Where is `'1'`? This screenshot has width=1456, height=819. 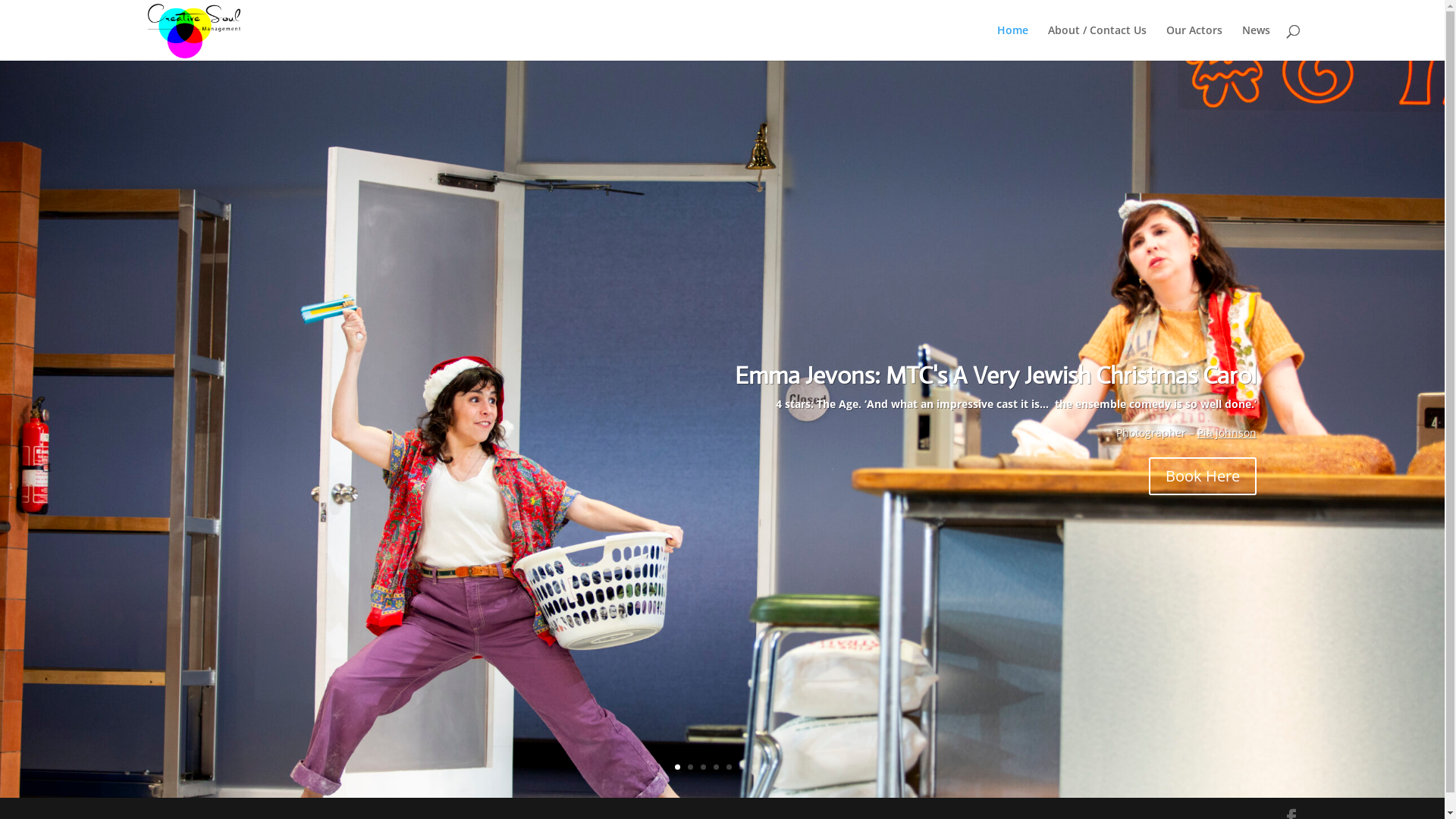
'1' is located at coordinates (676, 767).